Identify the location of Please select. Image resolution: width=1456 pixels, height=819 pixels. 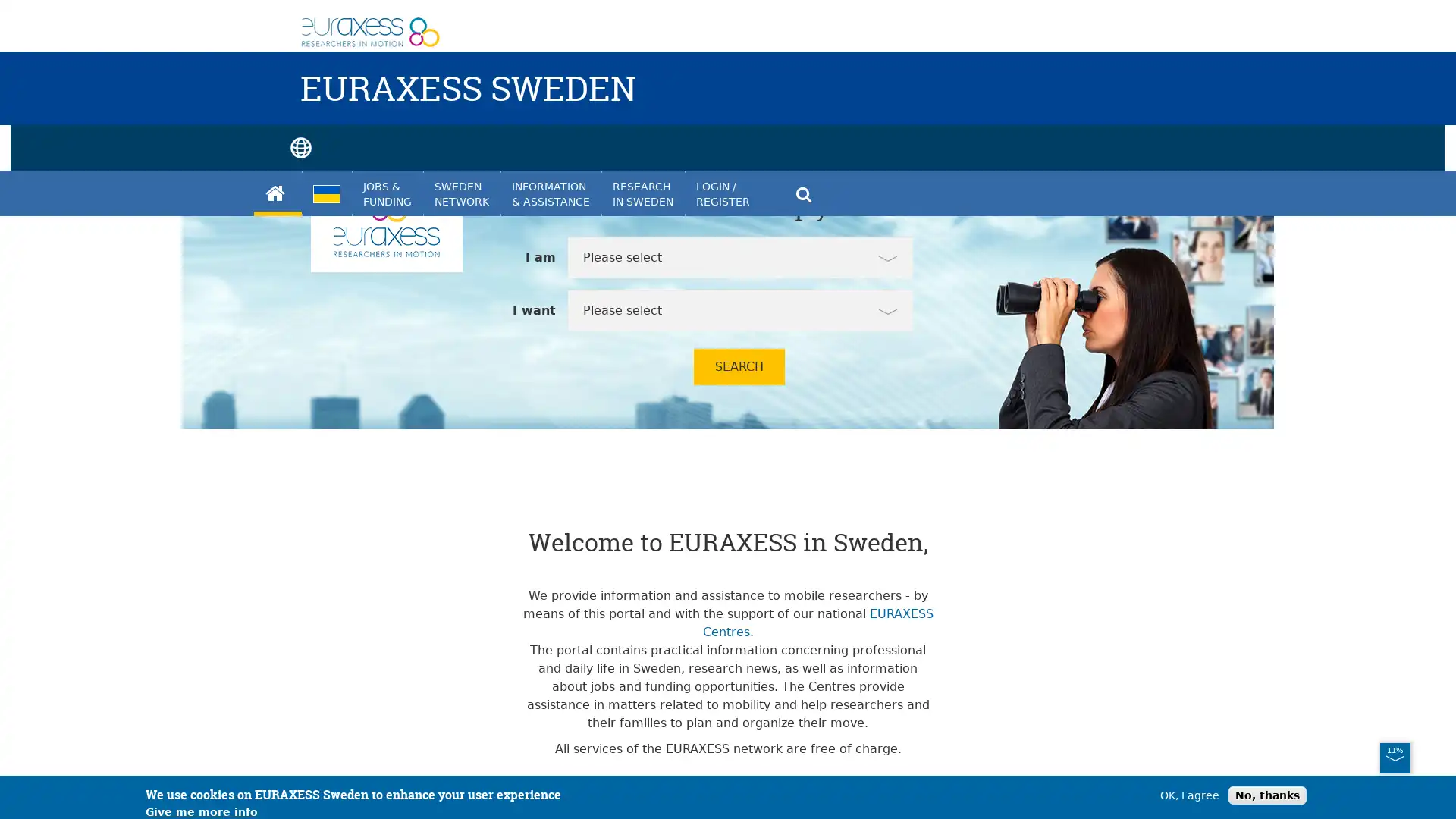
(739, 309).